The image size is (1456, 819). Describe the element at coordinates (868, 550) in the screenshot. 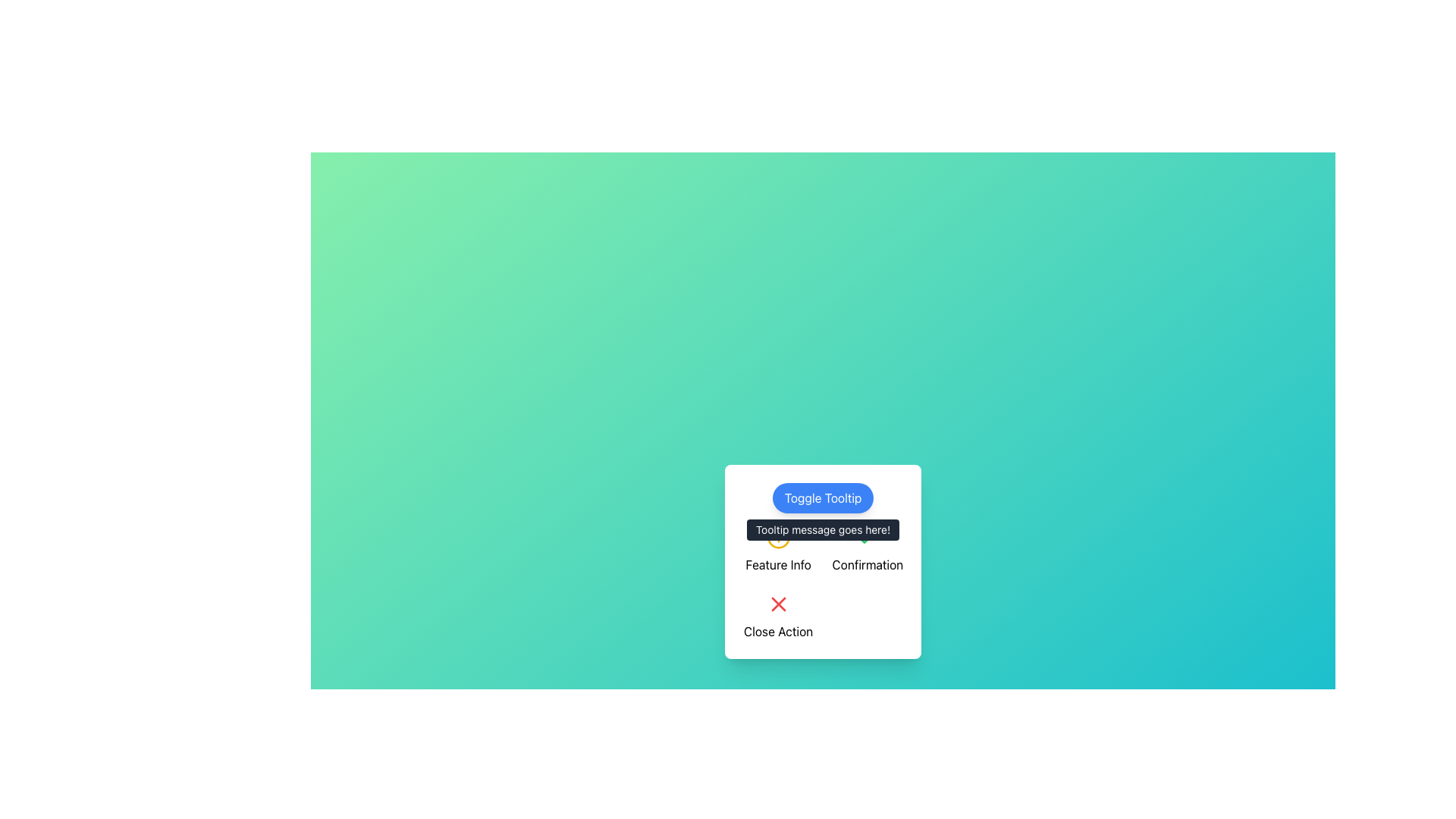

I see `displayed content of the confirmation message located in the second column of the two-column grid layout, positioned below the tooltip and above the action section` at that location.